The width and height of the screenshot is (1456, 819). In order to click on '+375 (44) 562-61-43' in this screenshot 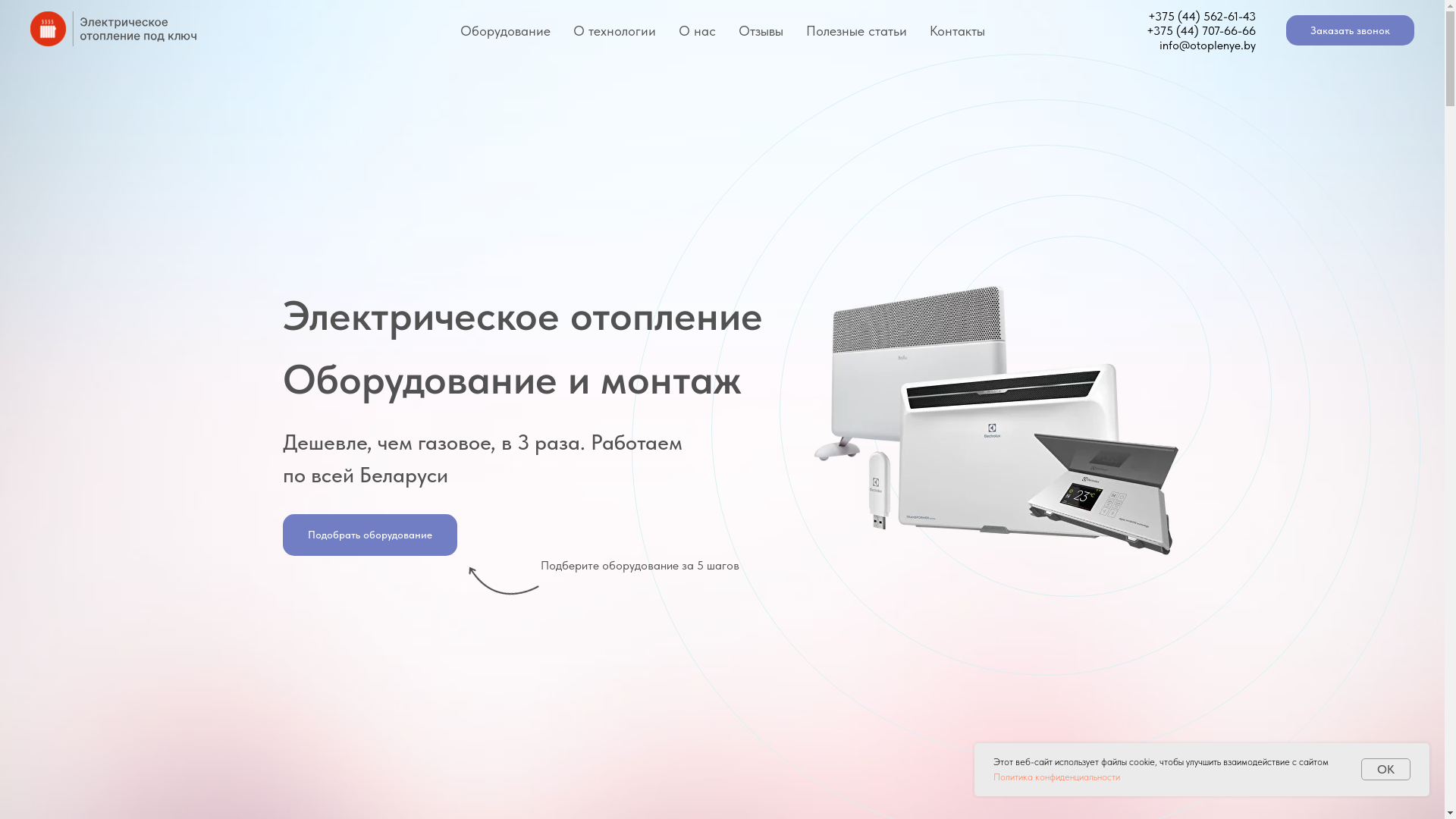, I will do `click(1200, 16)`.